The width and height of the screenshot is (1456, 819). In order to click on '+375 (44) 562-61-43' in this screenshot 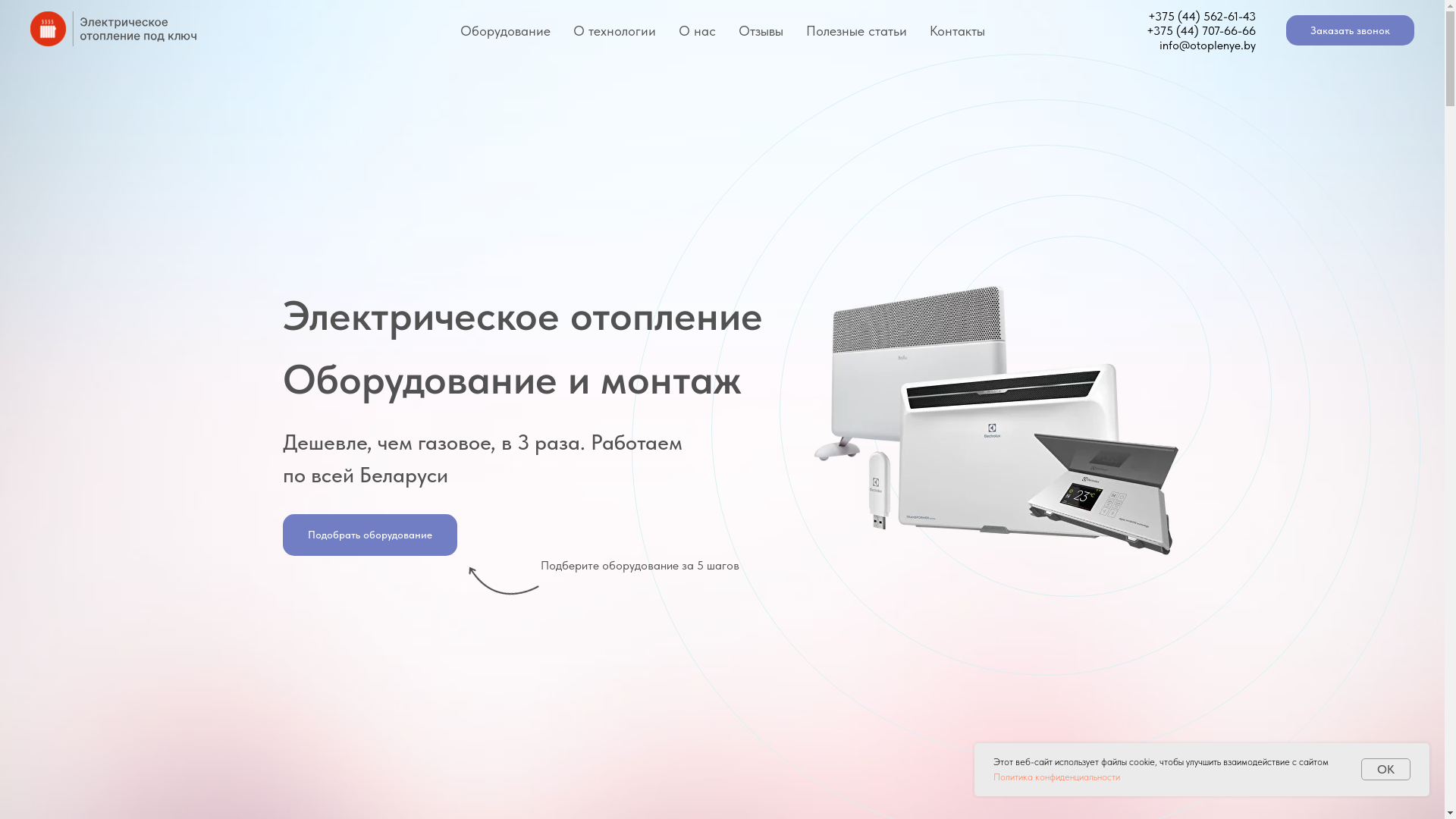, I will do `click(1200, 16)`.